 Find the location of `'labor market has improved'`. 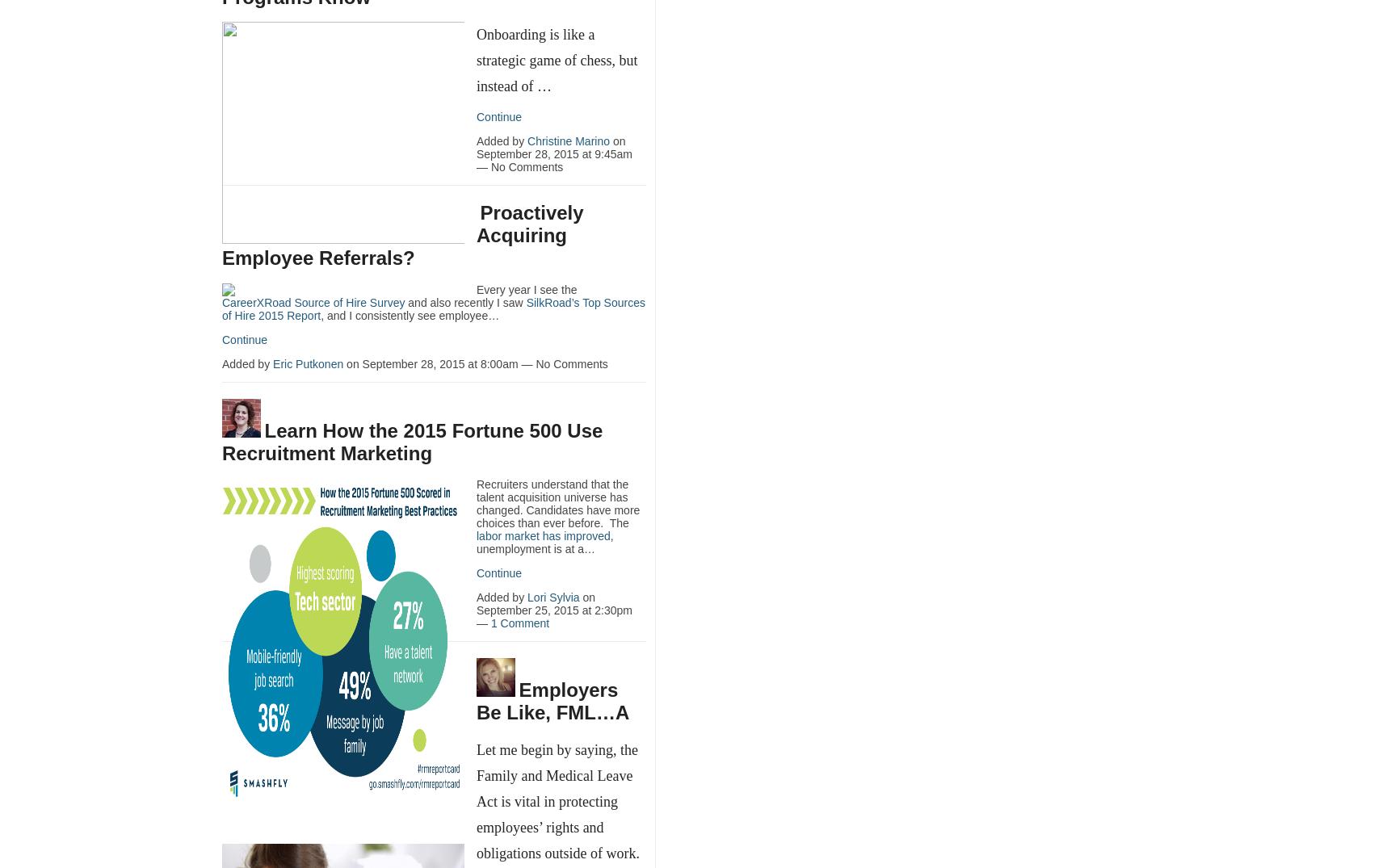

'labor market has improved' is located at coordinates (476, 536).